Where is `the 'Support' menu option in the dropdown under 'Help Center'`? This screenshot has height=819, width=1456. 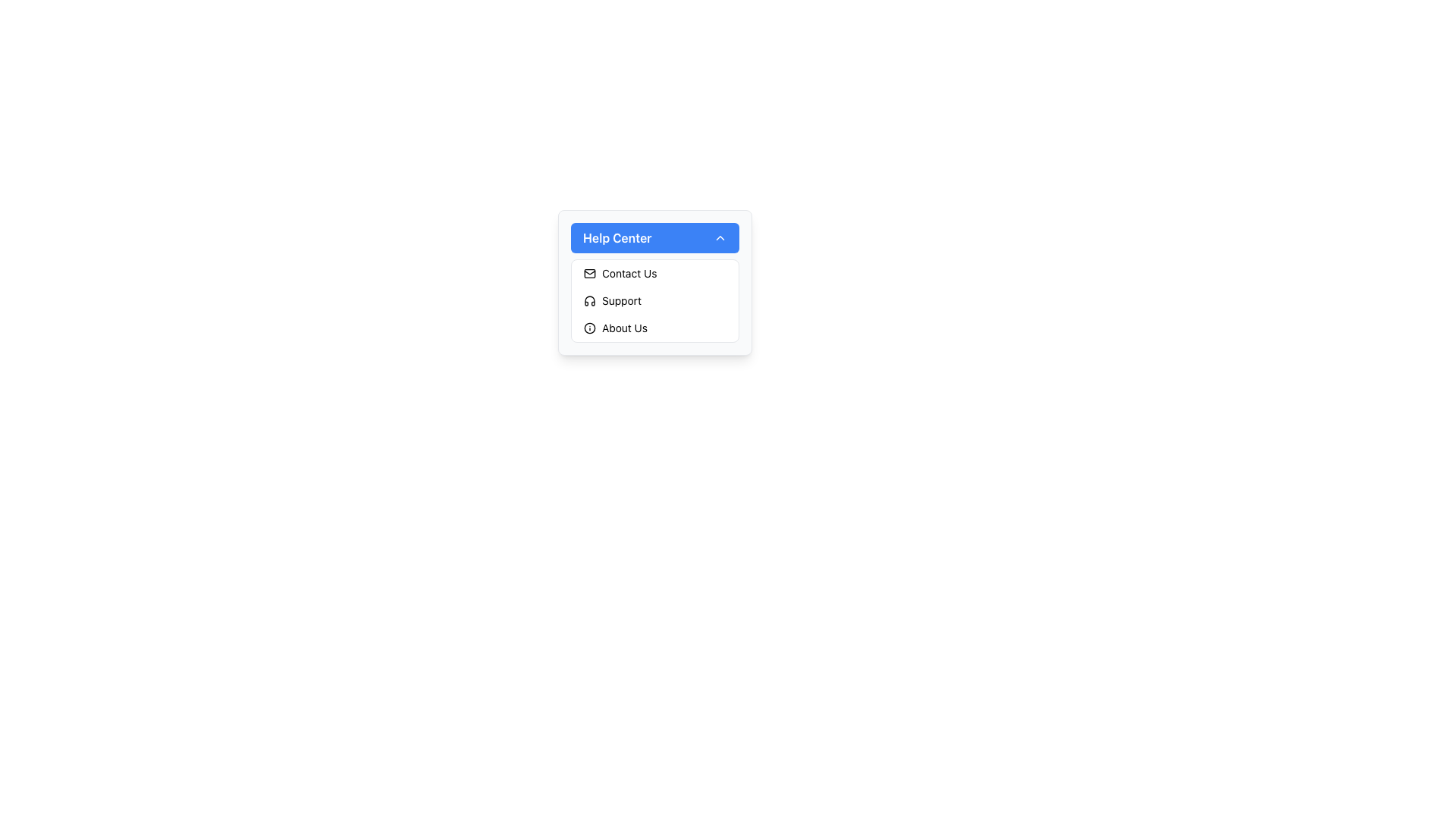 the 'Support' menu option in the dropdown under 'Help Center' is located at coordinates (655, 301).